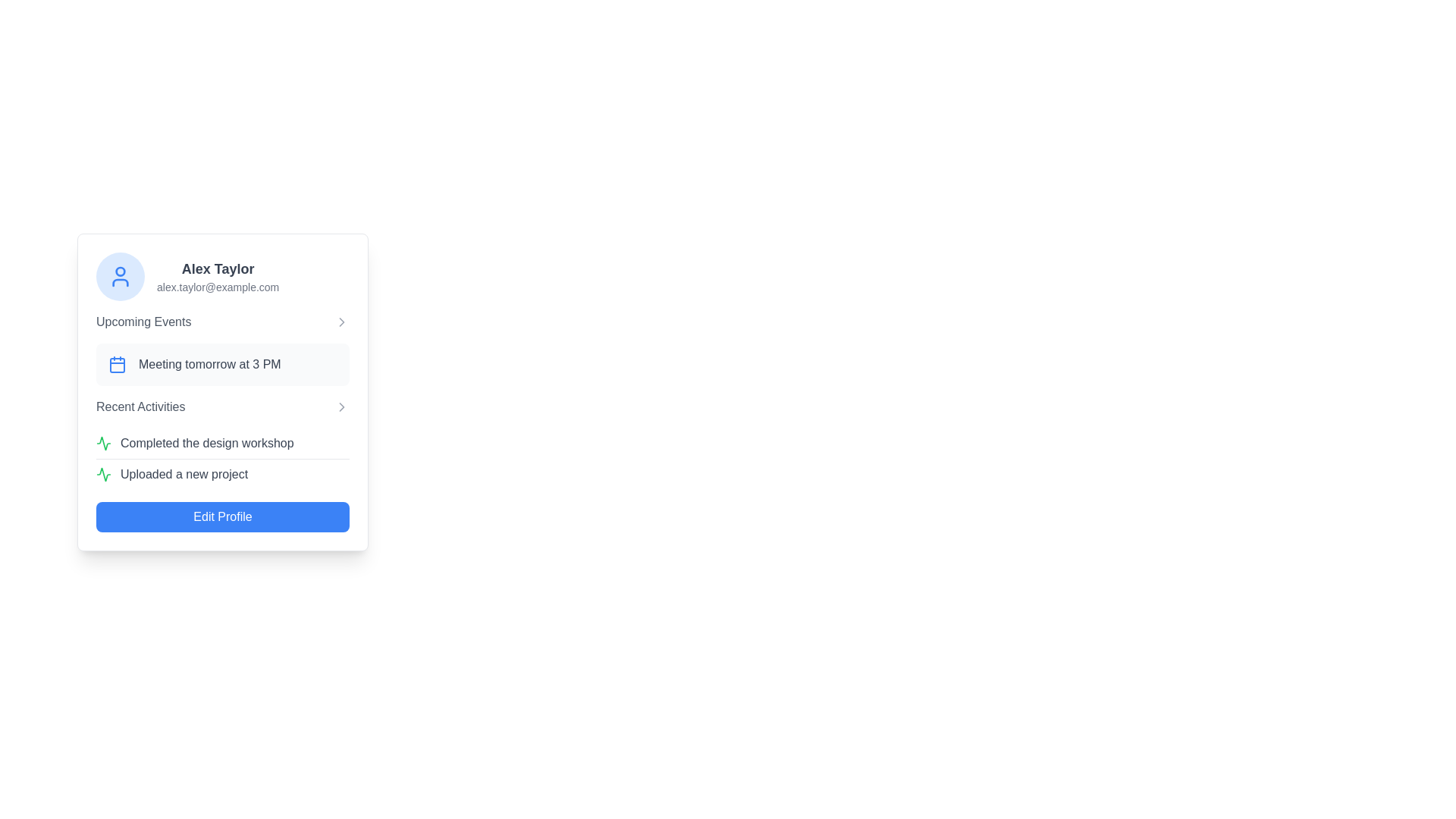  Describe the element at coordinates (221, 365) in the screenshot. I see `the Static information card displaying the upcoming event titled 'Meeting' scheduled for 'tomorrow at 3 PM', which is located under the 'Upcoming Events' section` at that location.